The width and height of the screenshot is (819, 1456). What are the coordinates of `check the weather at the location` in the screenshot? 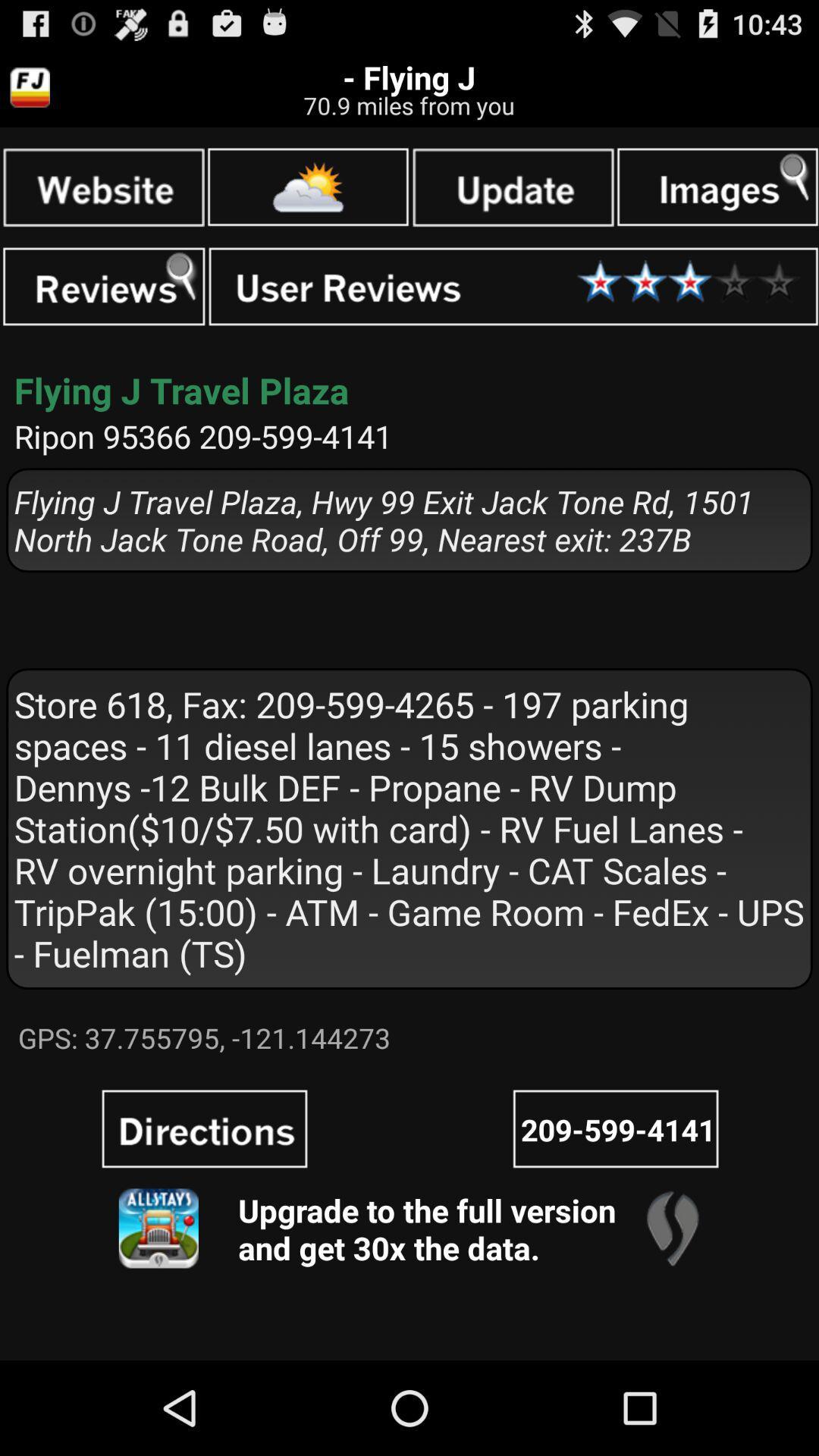 It's located at (307, 186).